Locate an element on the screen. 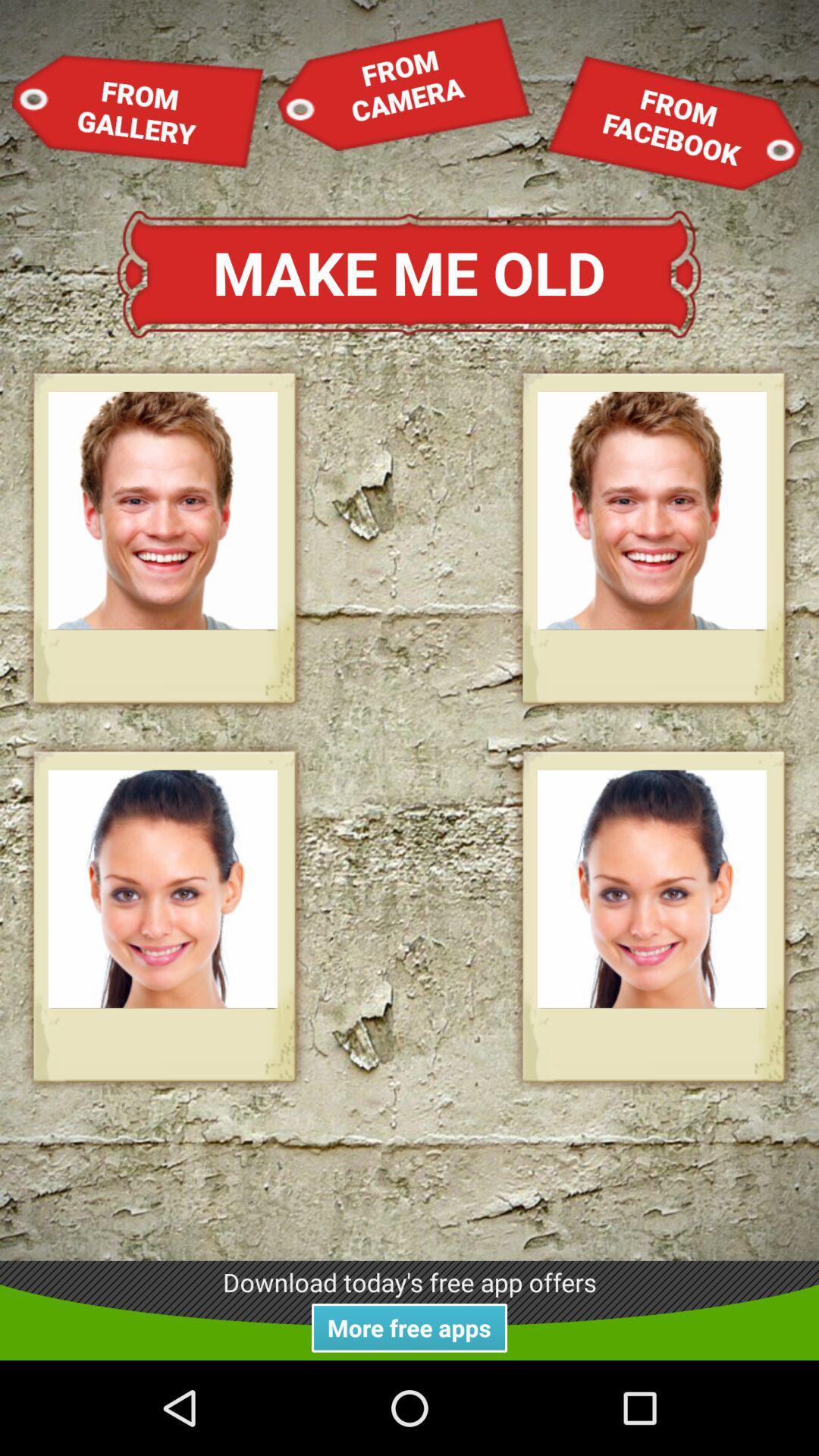  the item next to from is located at coordinates (403, 83).